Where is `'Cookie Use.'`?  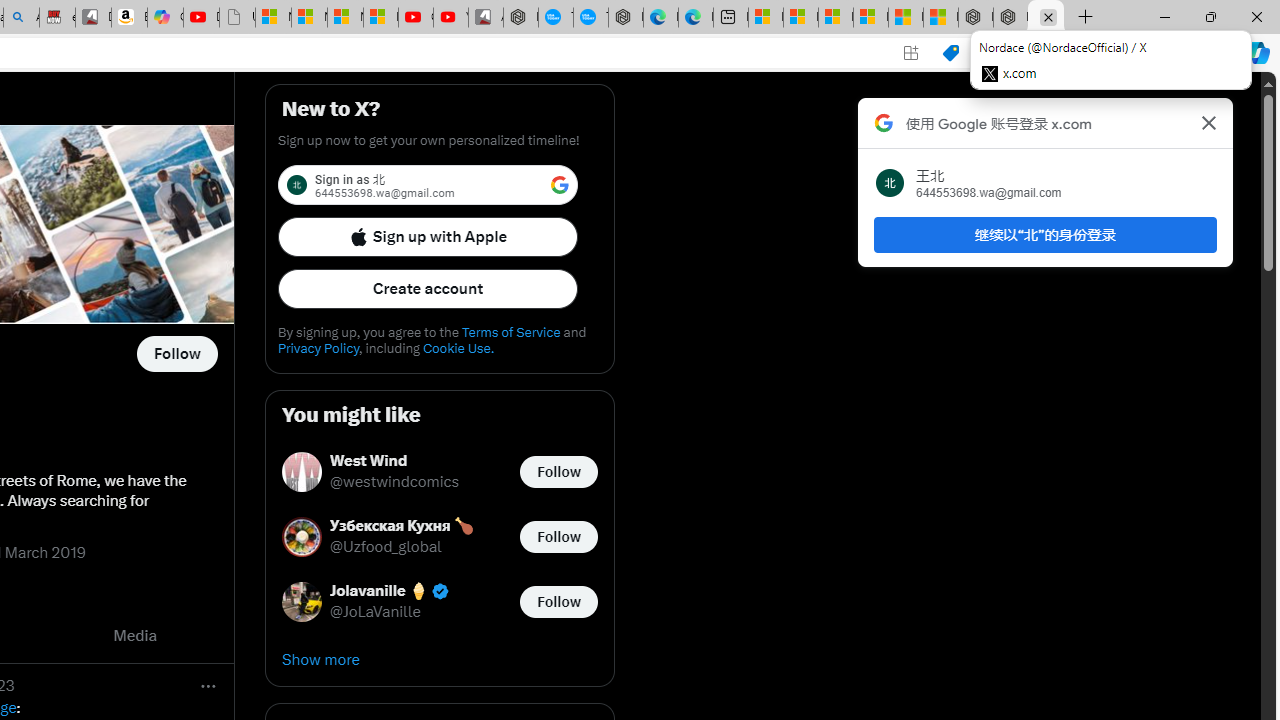 'Cookie Use.' is located at coordinates (457, 347).